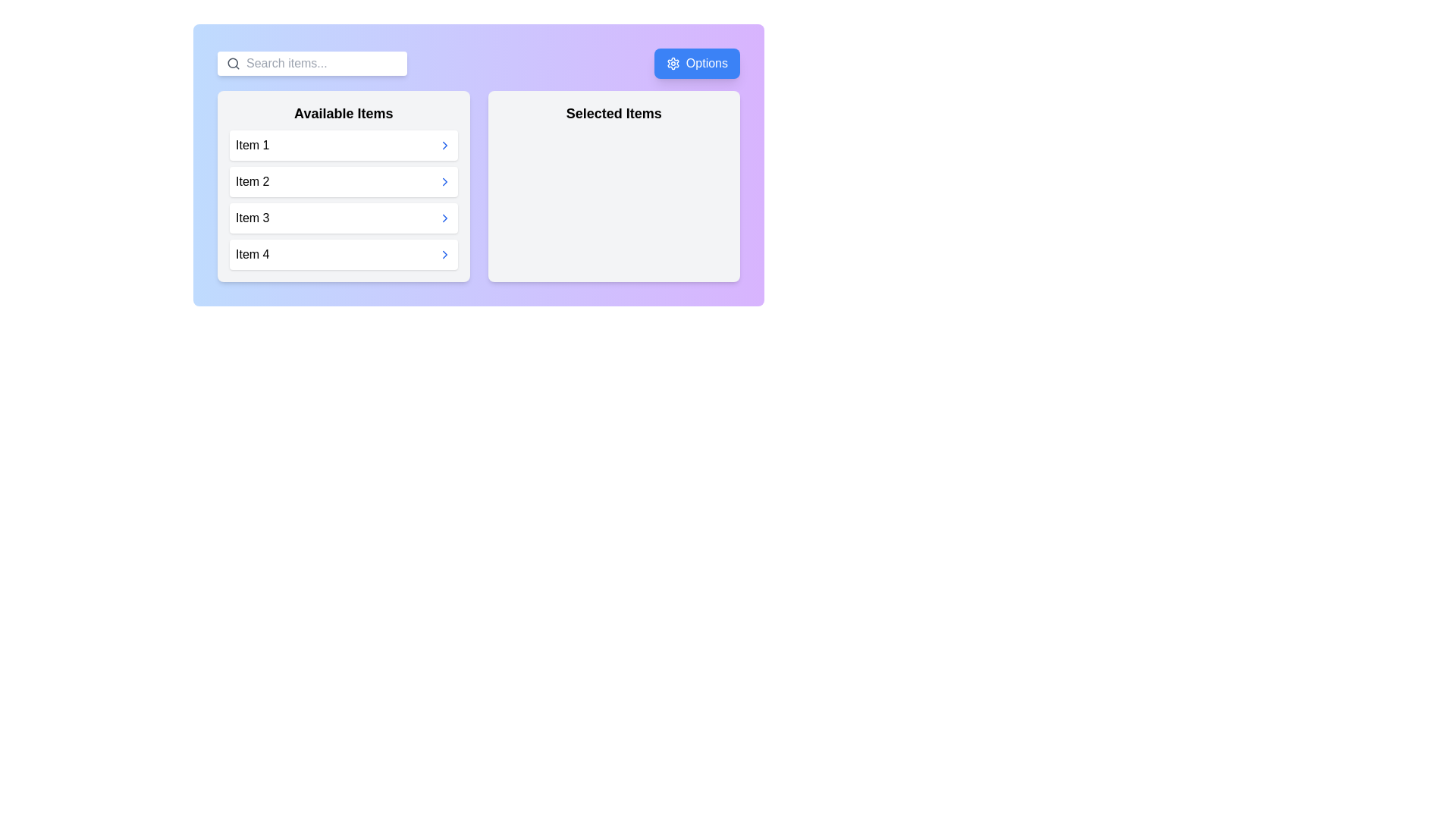  What do you see at coordinates (444, 253) in the screenshot?
I see `right arrow button next to Item 4 in the 'Available Items' list to move it to the 'Selected Items' list` at bounding box center [444, 253].